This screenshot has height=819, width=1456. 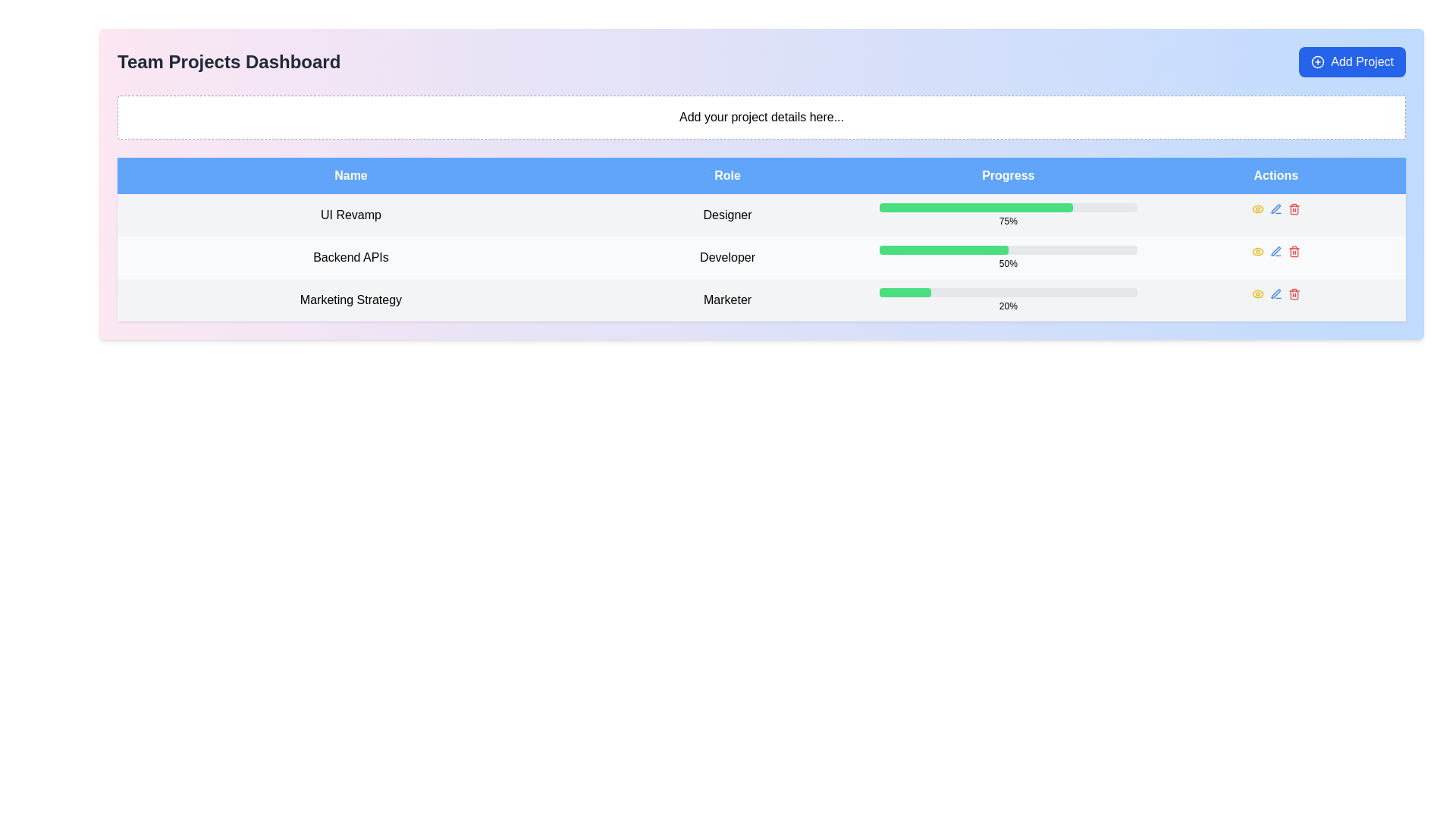 What do you see at coordinates (1293, 250) in the screenshot?
I see `the delete icon button located in the last column of the table under the 'Actions' header, specifically in the third row for 'Backend APIs'` at bounding box center [1293, 250].